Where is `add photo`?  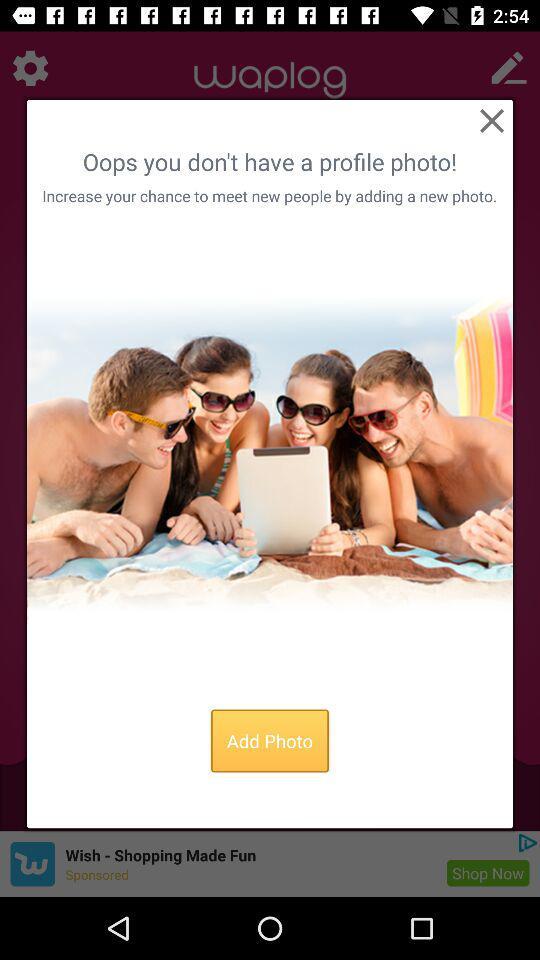
add photo is located at coordinates (270, 740).